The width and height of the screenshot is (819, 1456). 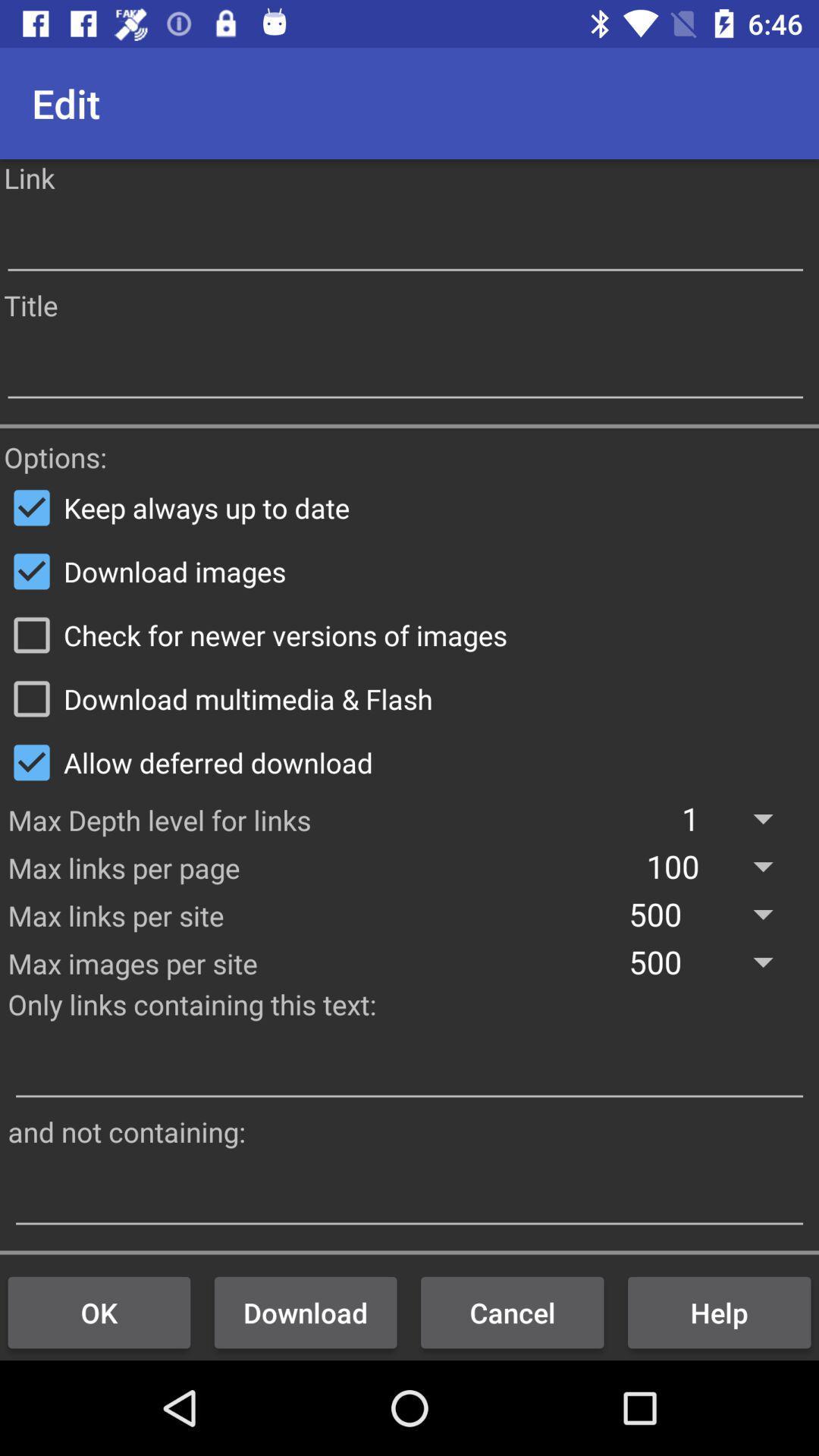 What do you see at coordinates (409, 1194) in the screenshot?
I see `text bar` at bounding box center [409, 1194].